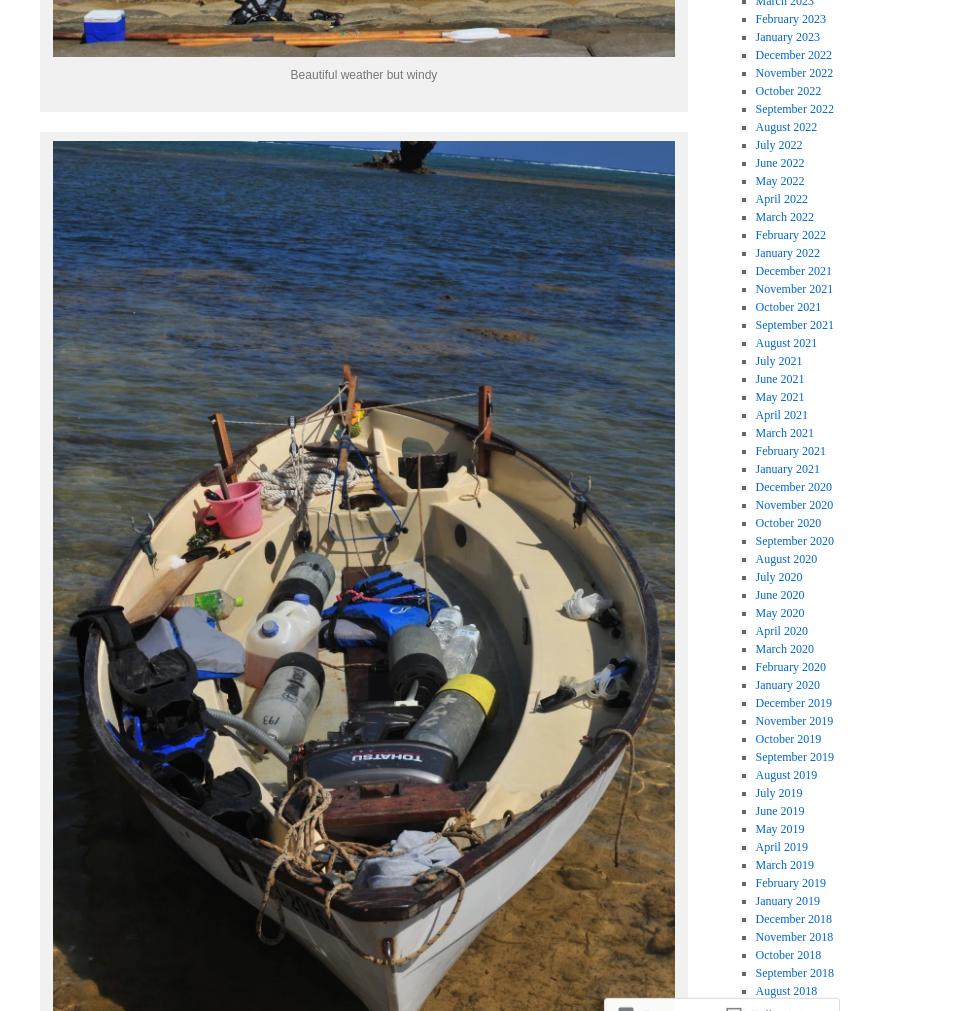  Describe the element at coordinates (793, 288) in the screenshot. I see `'November 2021'` at that location.